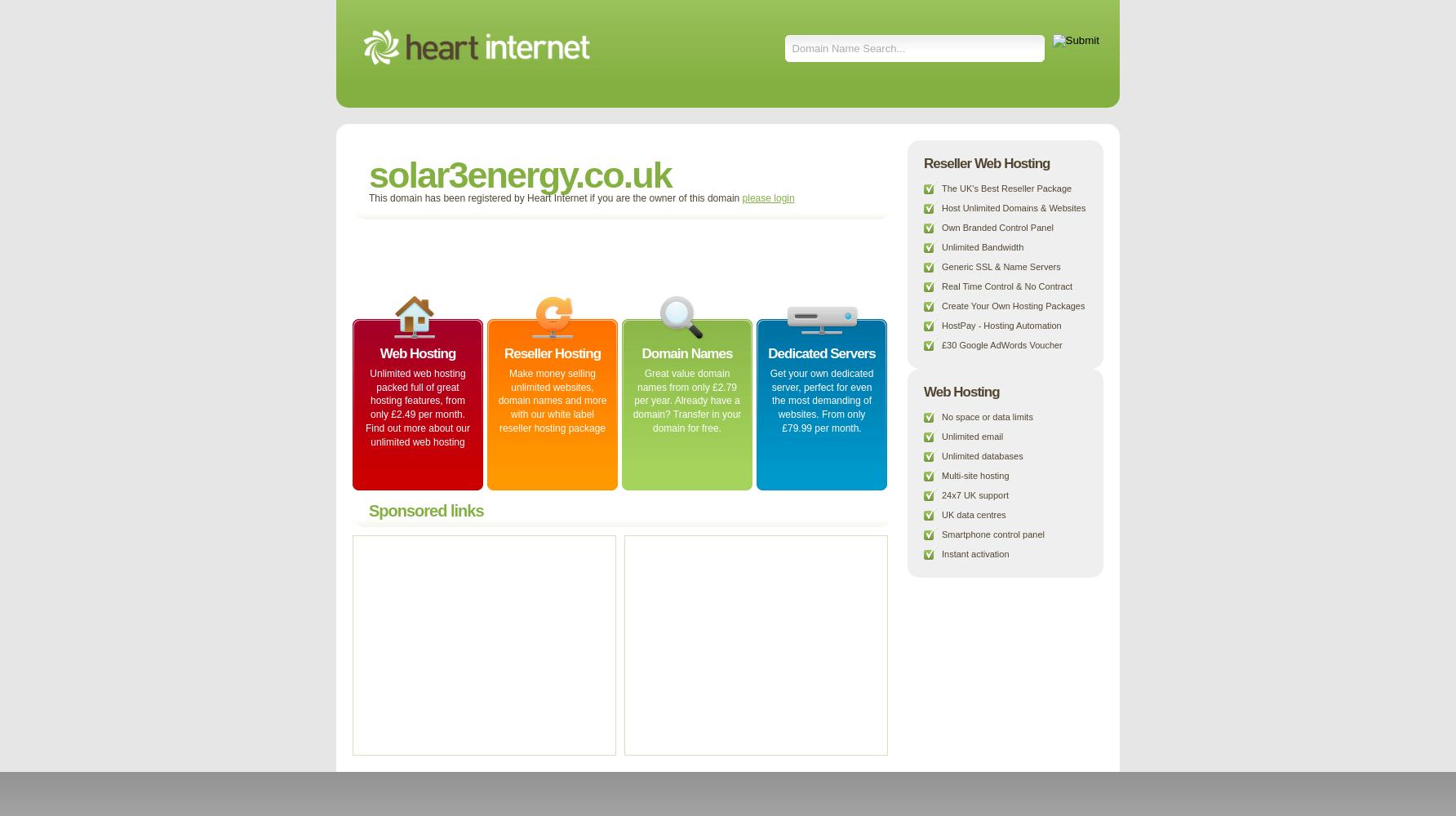  I want to click on 'Dedicated Servers', so click(820, 353).